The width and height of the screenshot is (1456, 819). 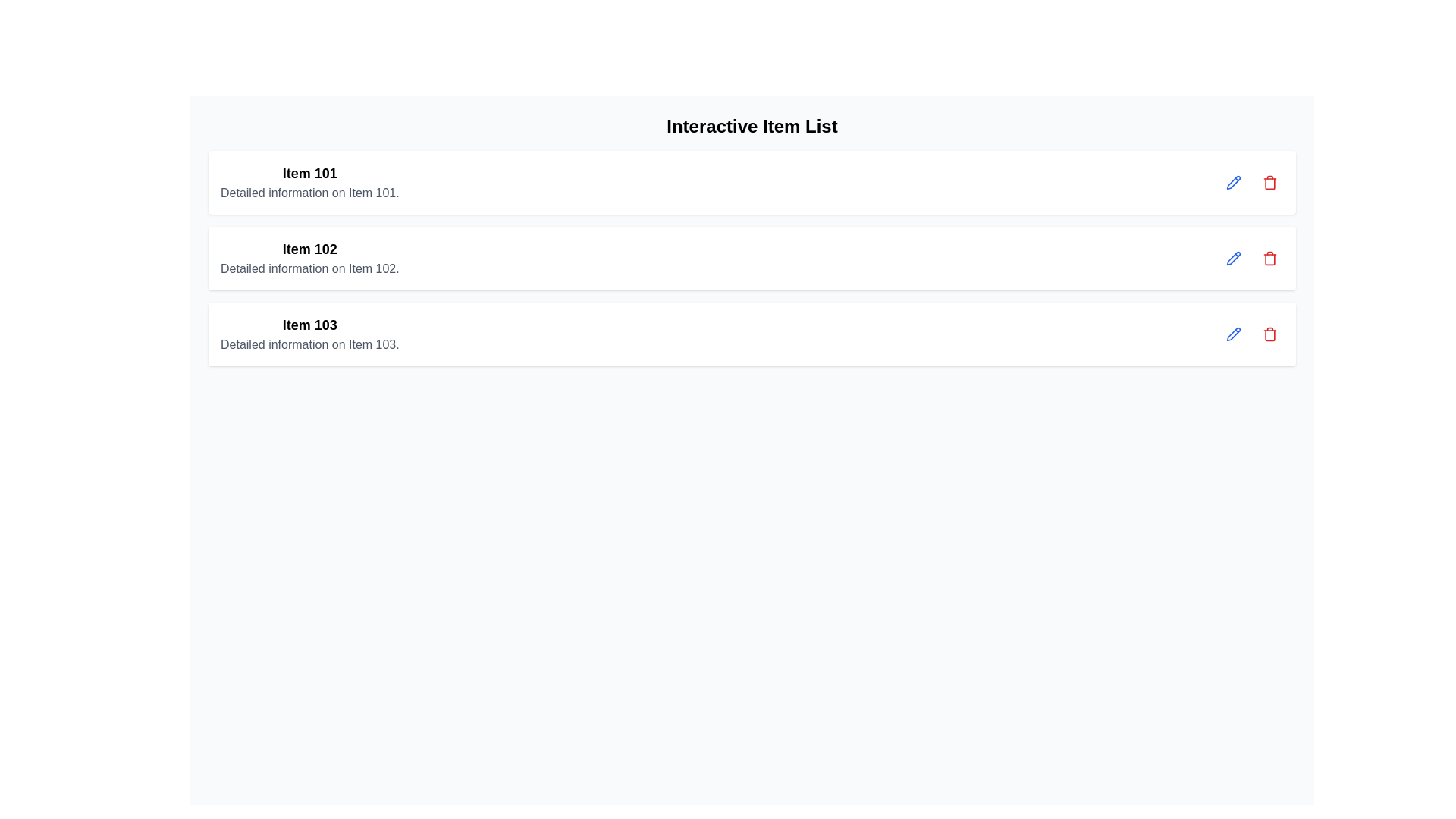 What do you see at coordinates (1270, 257) in the screenshot?
I see `the delete button located on the right side of the interface within the row labeled 'Item 102'` at bounding box center [1270, 257].